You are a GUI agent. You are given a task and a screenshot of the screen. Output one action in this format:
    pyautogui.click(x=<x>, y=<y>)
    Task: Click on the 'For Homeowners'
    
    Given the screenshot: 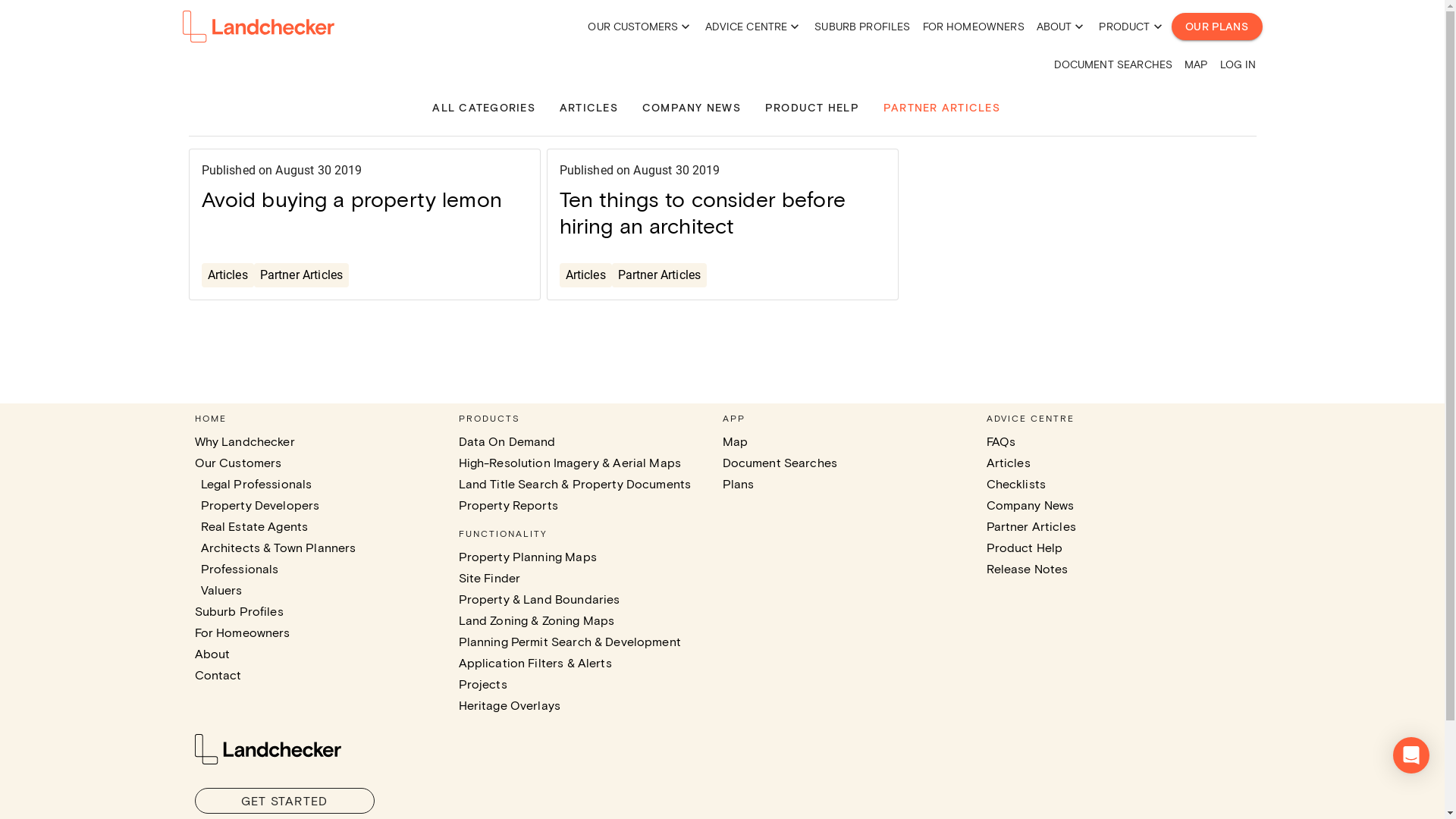 What is the action you would take?
    pyautogui.click(x=193, y=632)
    